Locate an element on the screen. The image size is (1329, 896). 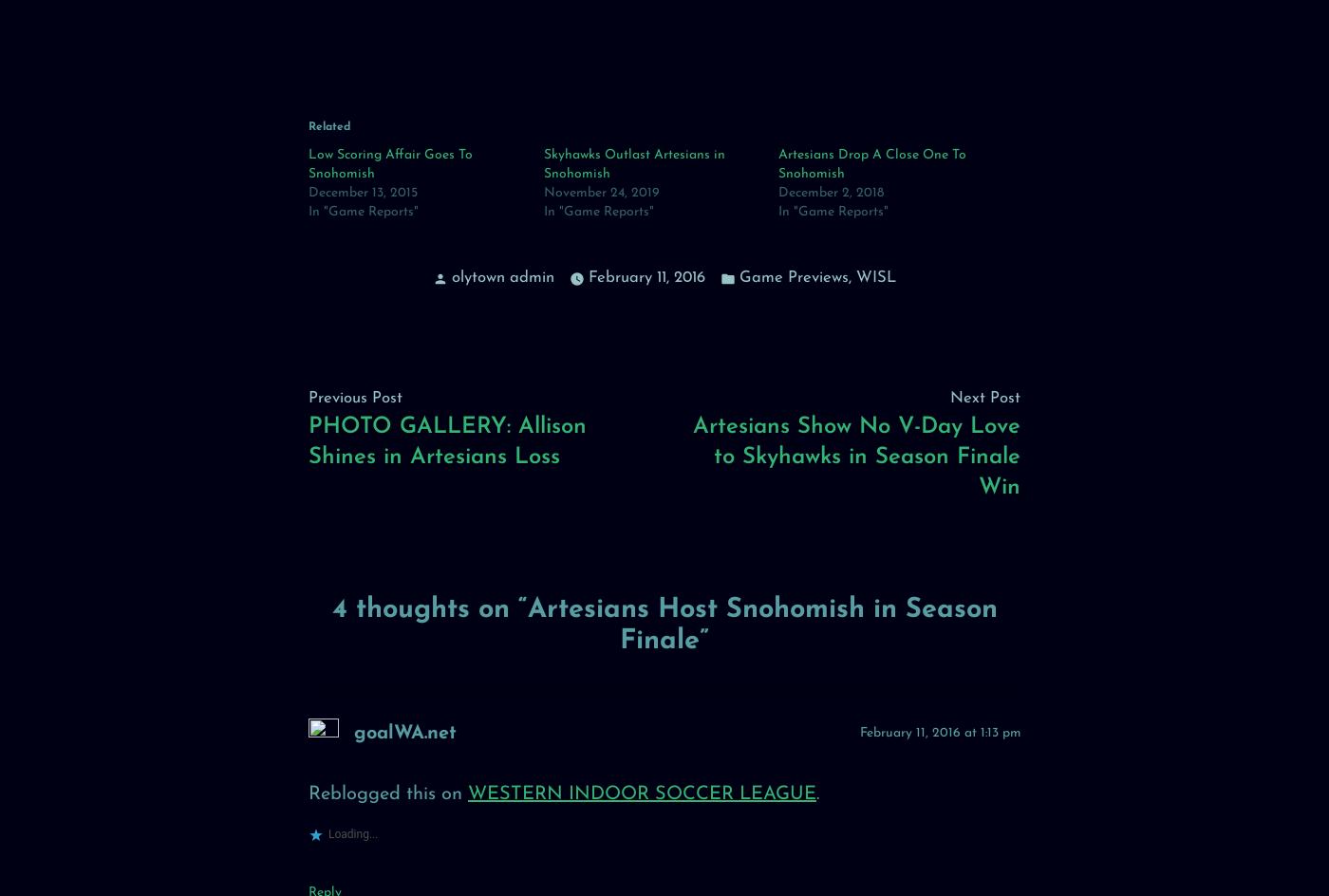
'Loading...' is located at coordinates (352, 833).